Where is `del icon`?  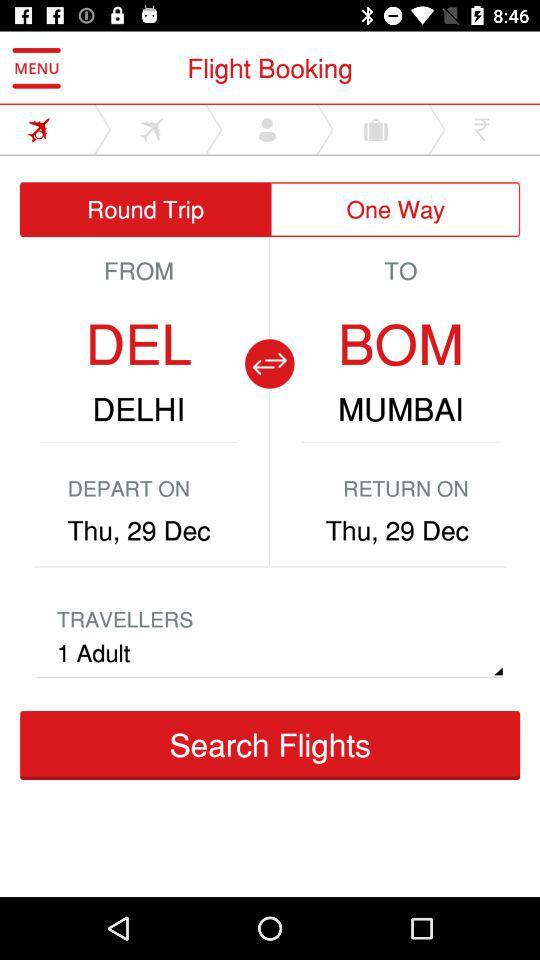
del icon is located at coordinates (137, 344).